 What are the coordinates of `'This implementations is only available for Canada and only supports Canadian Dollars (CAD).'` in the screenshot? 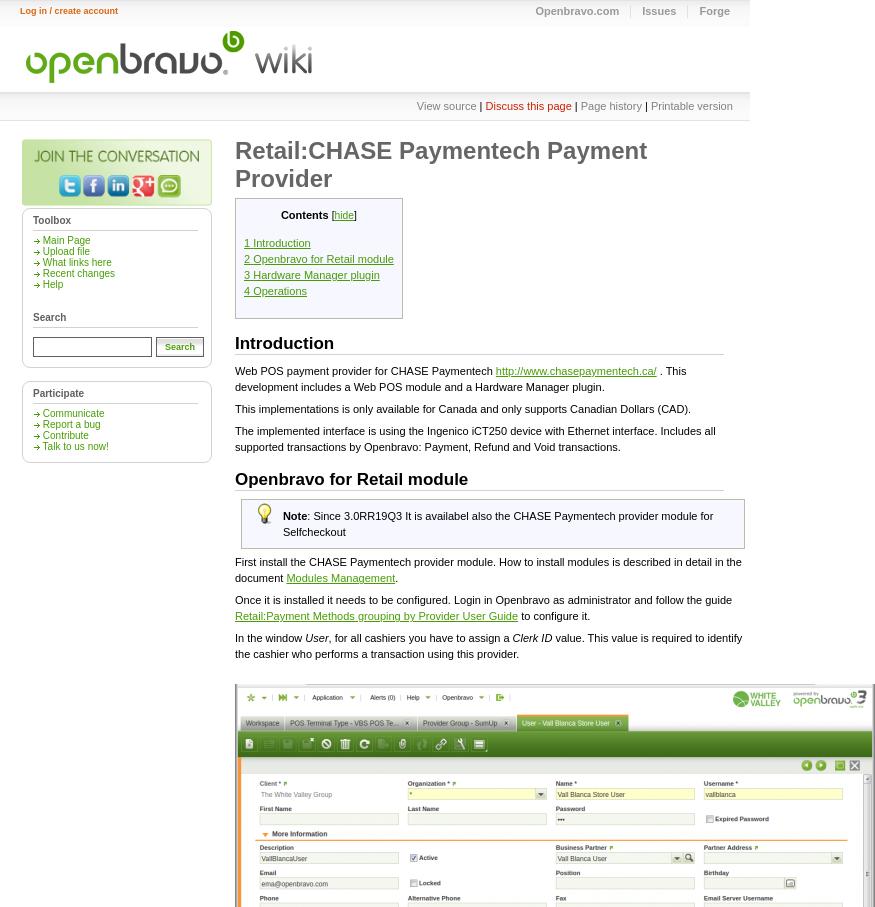 It's located at (462, 407).